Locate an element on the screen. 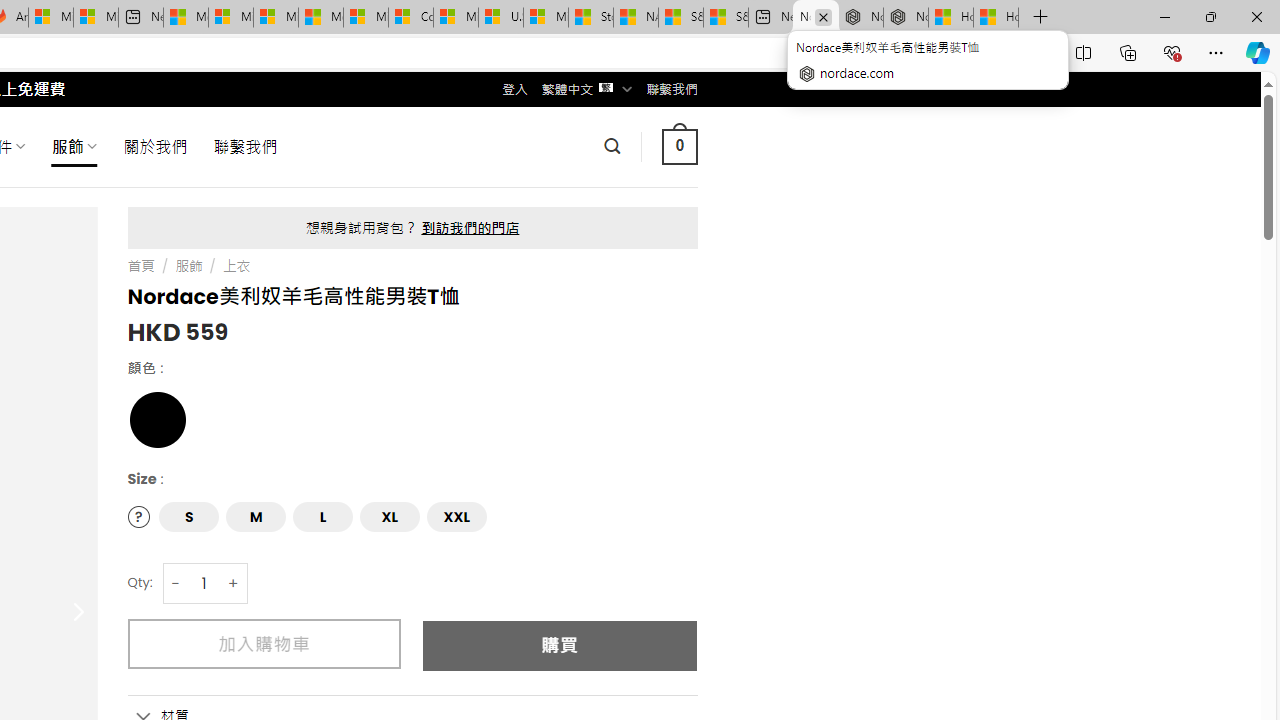 The image size is (1280, 720). '+' is located at coordinates (234, 583).